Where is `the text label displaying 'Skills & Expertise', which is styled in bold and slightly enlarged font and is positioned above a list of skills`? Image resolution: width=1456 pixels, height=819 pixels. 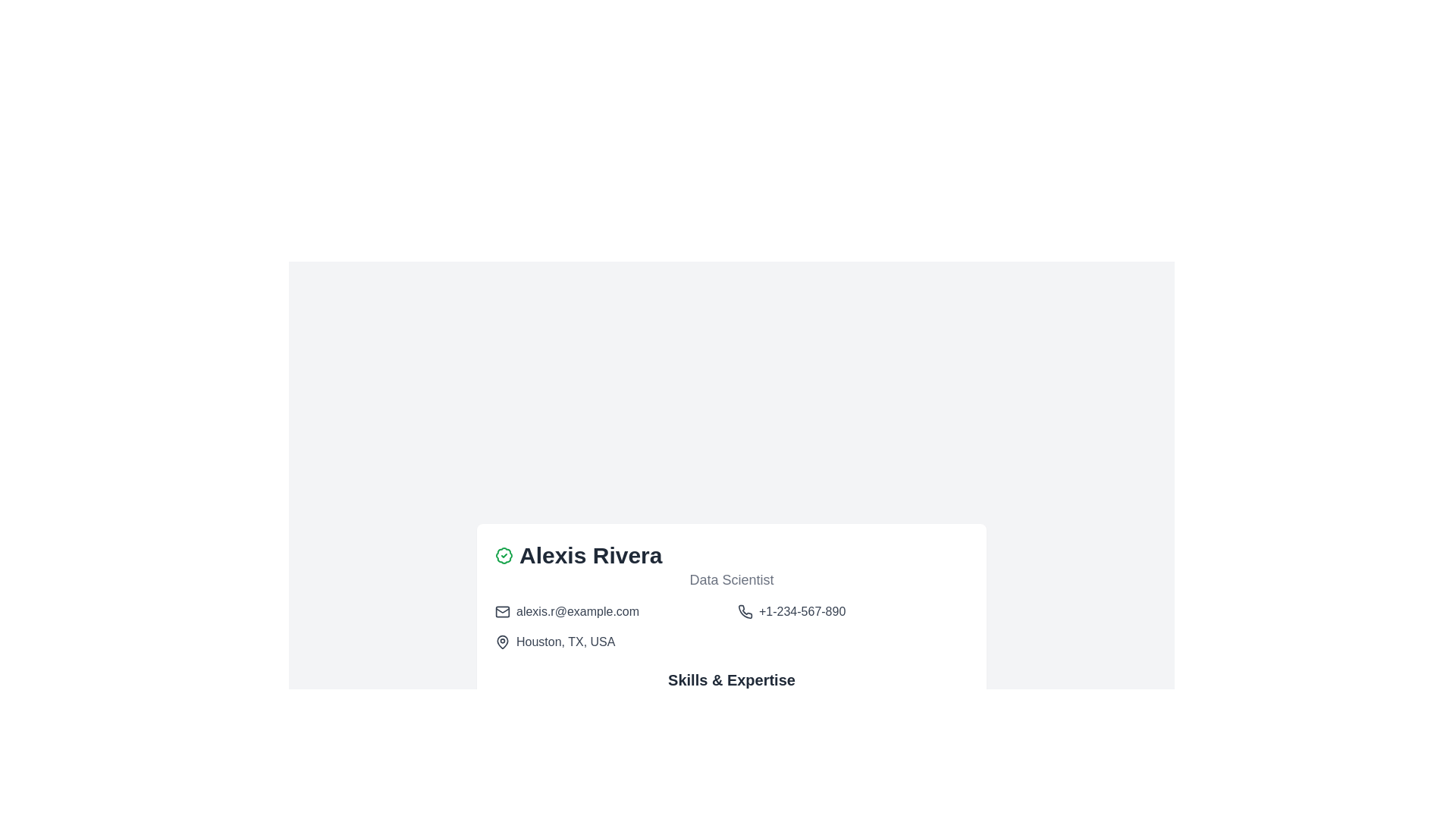
the text label displaying 'Skills & Expertise', which is styled in bold and slightly enlarged font and is positioned above a list of skills is located at coordinates (731, 679).